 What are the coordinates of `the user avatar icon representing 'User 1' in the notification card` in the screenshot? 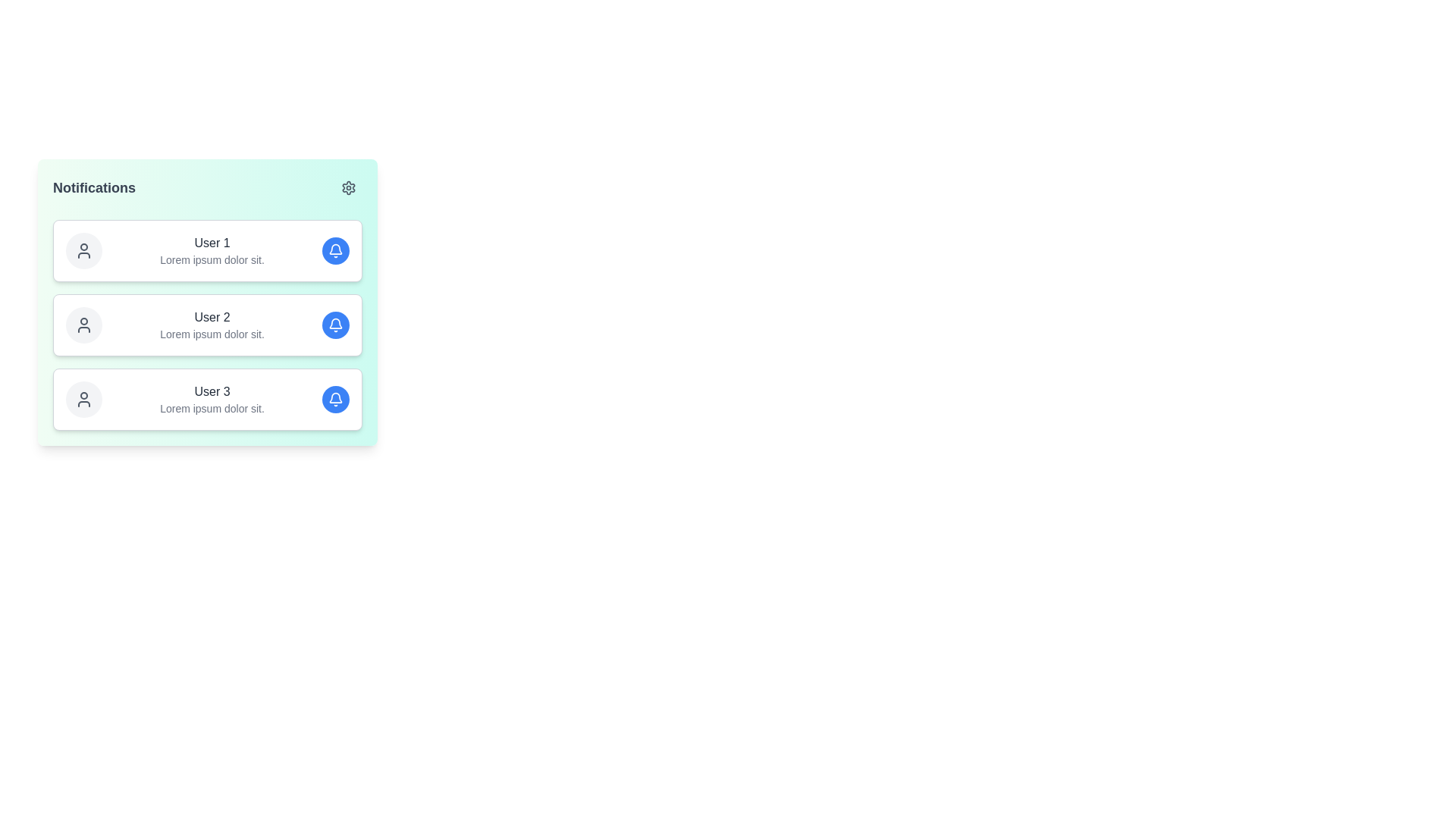 It's located at (83, 250).